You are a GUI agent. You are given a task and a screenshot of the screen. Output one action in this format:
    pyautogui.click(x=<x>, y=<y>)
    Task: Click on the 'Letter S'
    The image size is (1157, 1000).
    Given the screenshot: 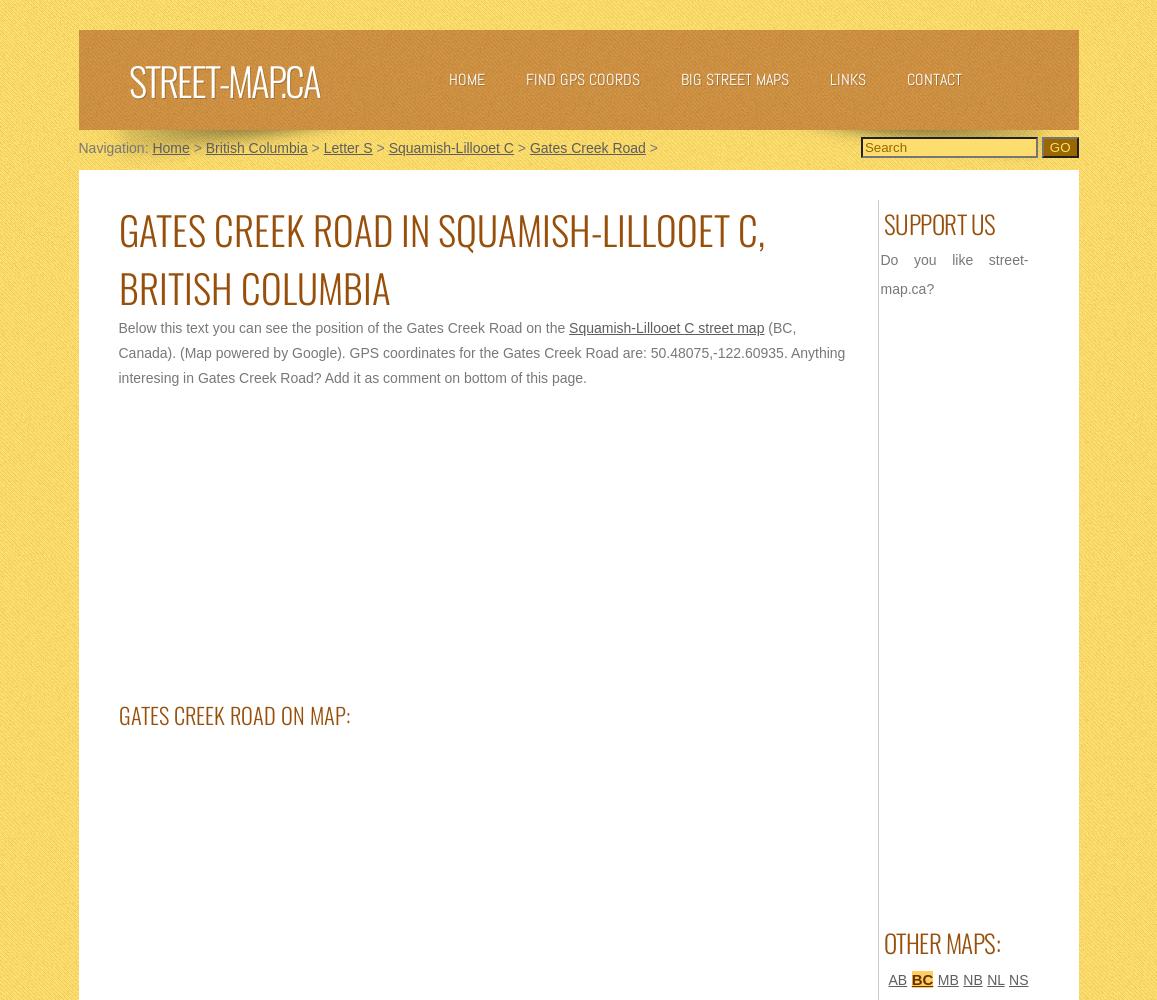 What is the action you would take?
    pyautogui.click(x=347, y=148)
    